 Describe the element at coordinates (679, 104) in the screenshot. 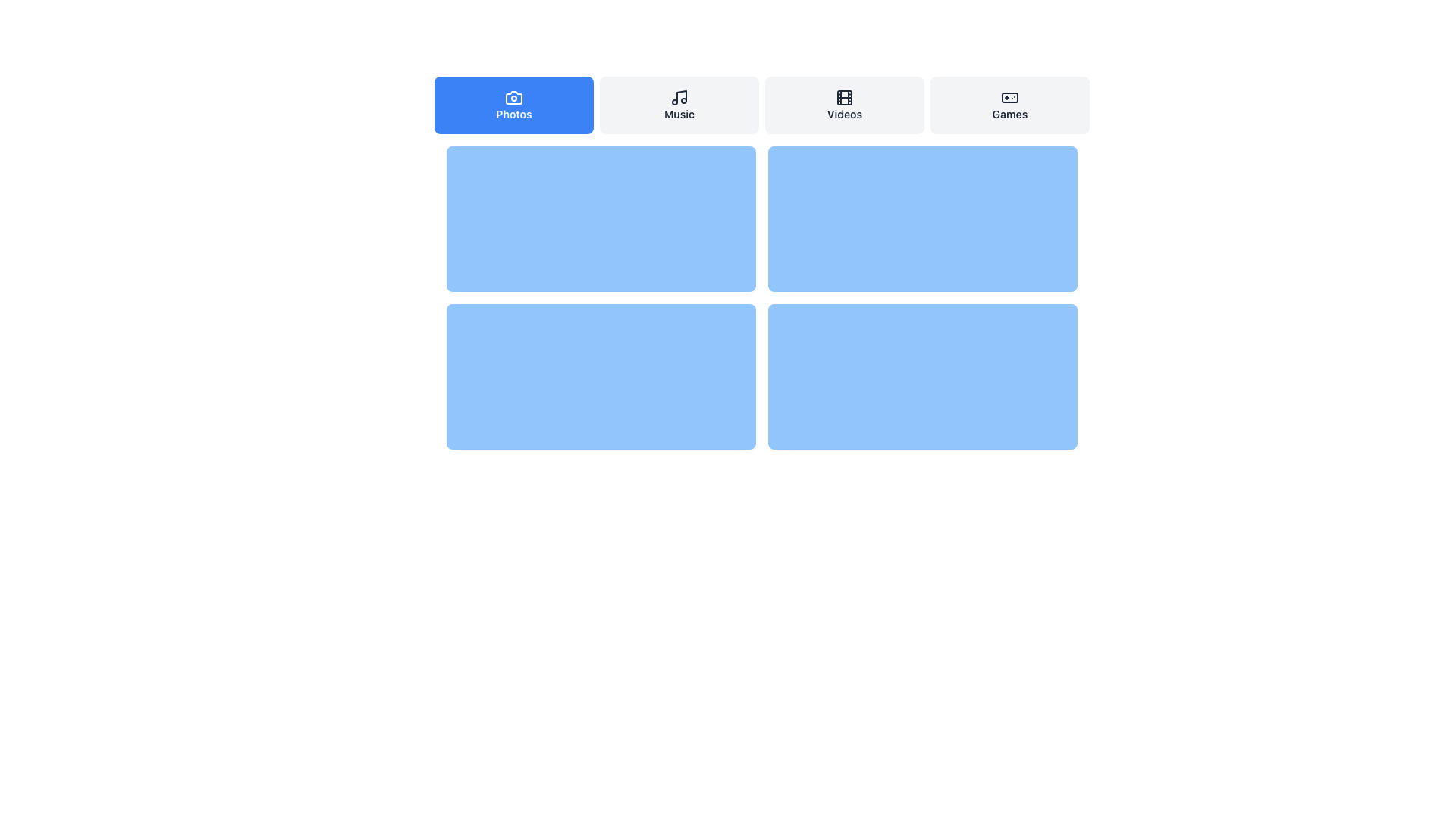

I see `the 'Music' button located between the 'Photos' and 'Videos' buttons at the upper section of the interface` at that location.